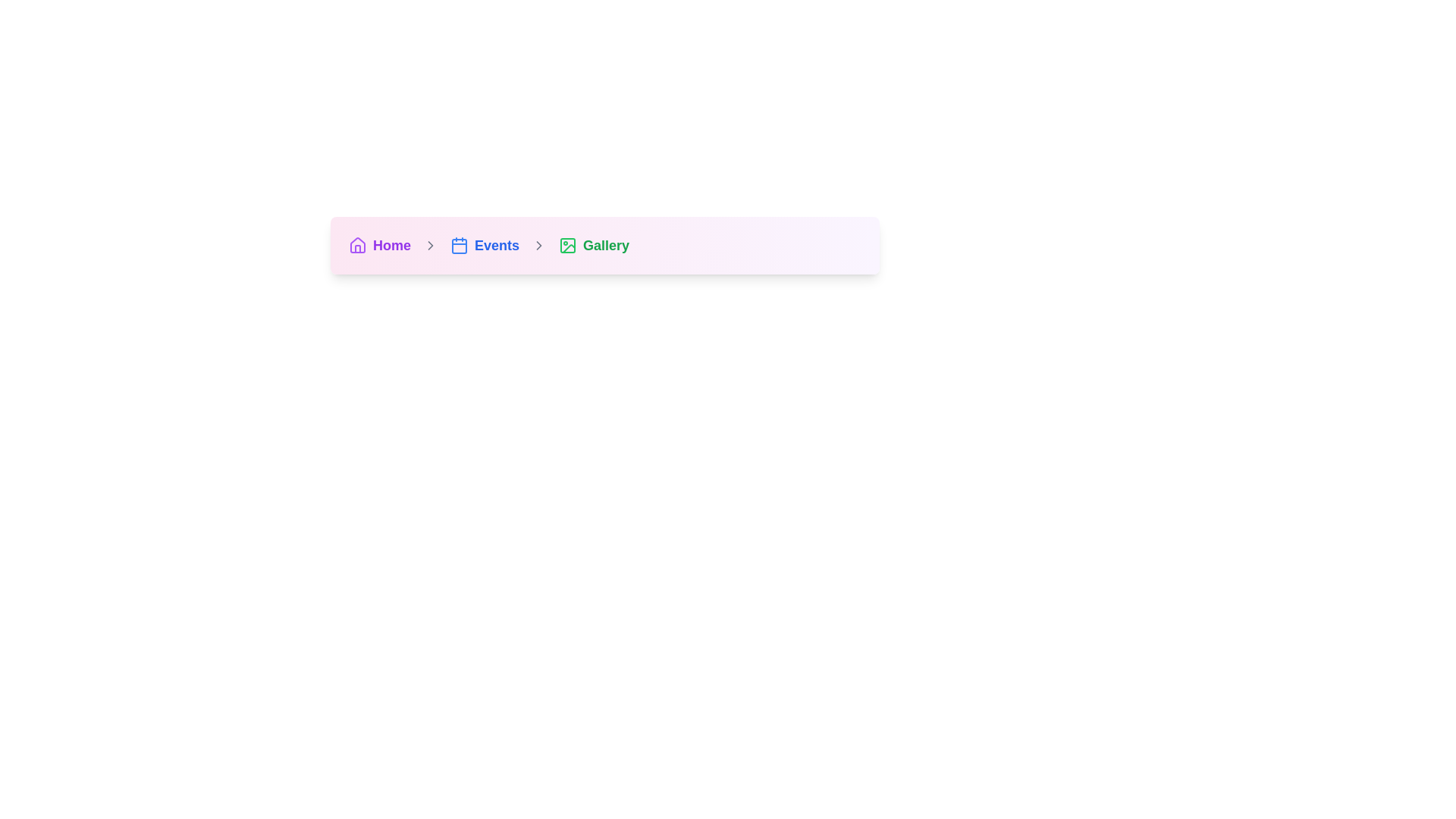 The height and width of the screenshot is (819, 1456). I want to click on the 'Gallery' static text element, which is positioned to the right of a green image icon in a breadcrumb navigation component, so click(605, 245).